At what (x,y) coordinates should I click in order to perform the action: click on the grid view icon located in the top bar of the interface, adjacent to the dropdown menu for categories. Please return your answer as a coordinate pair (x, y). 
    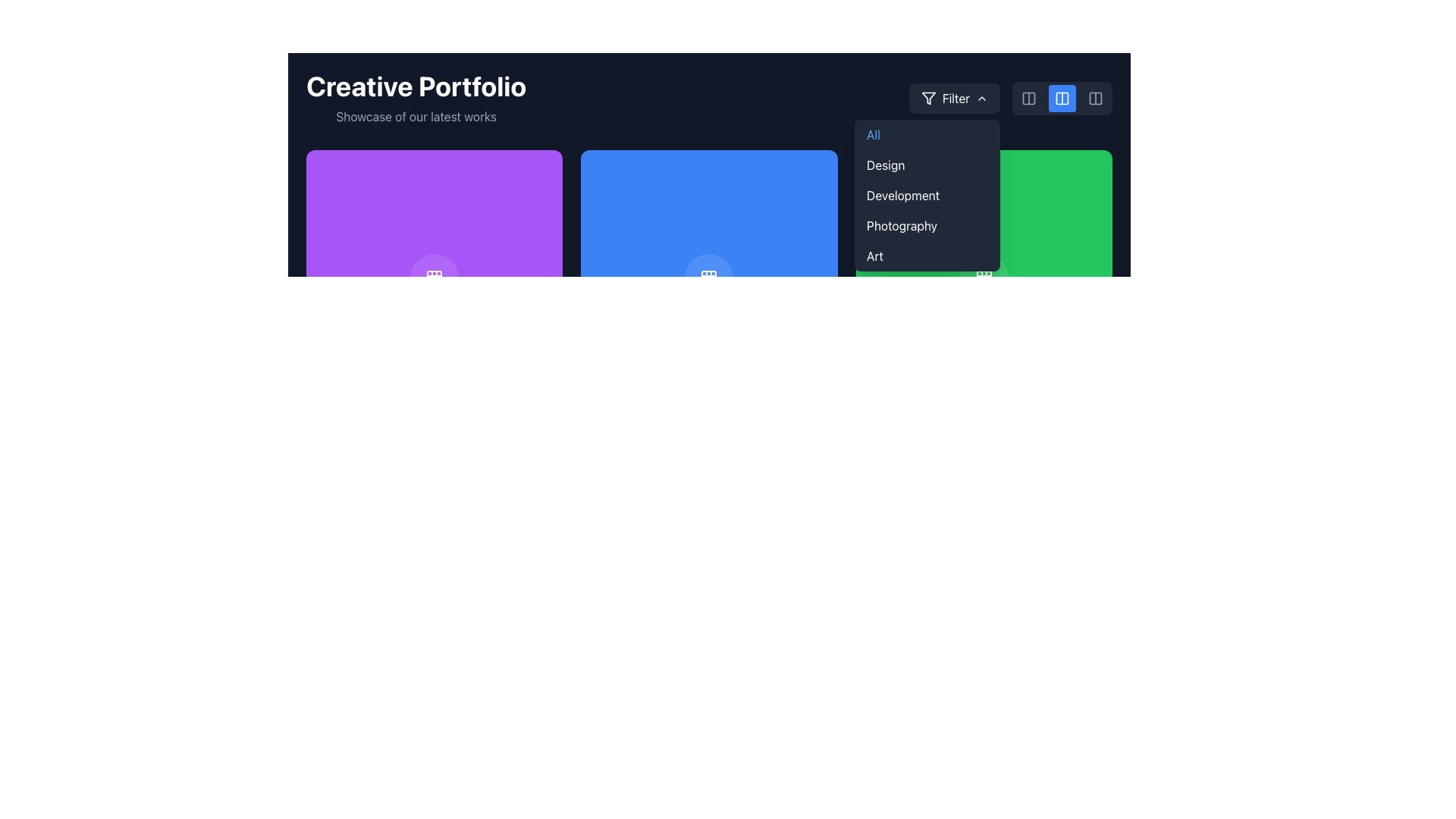
    Looking at the image, I should click on (984, 278).